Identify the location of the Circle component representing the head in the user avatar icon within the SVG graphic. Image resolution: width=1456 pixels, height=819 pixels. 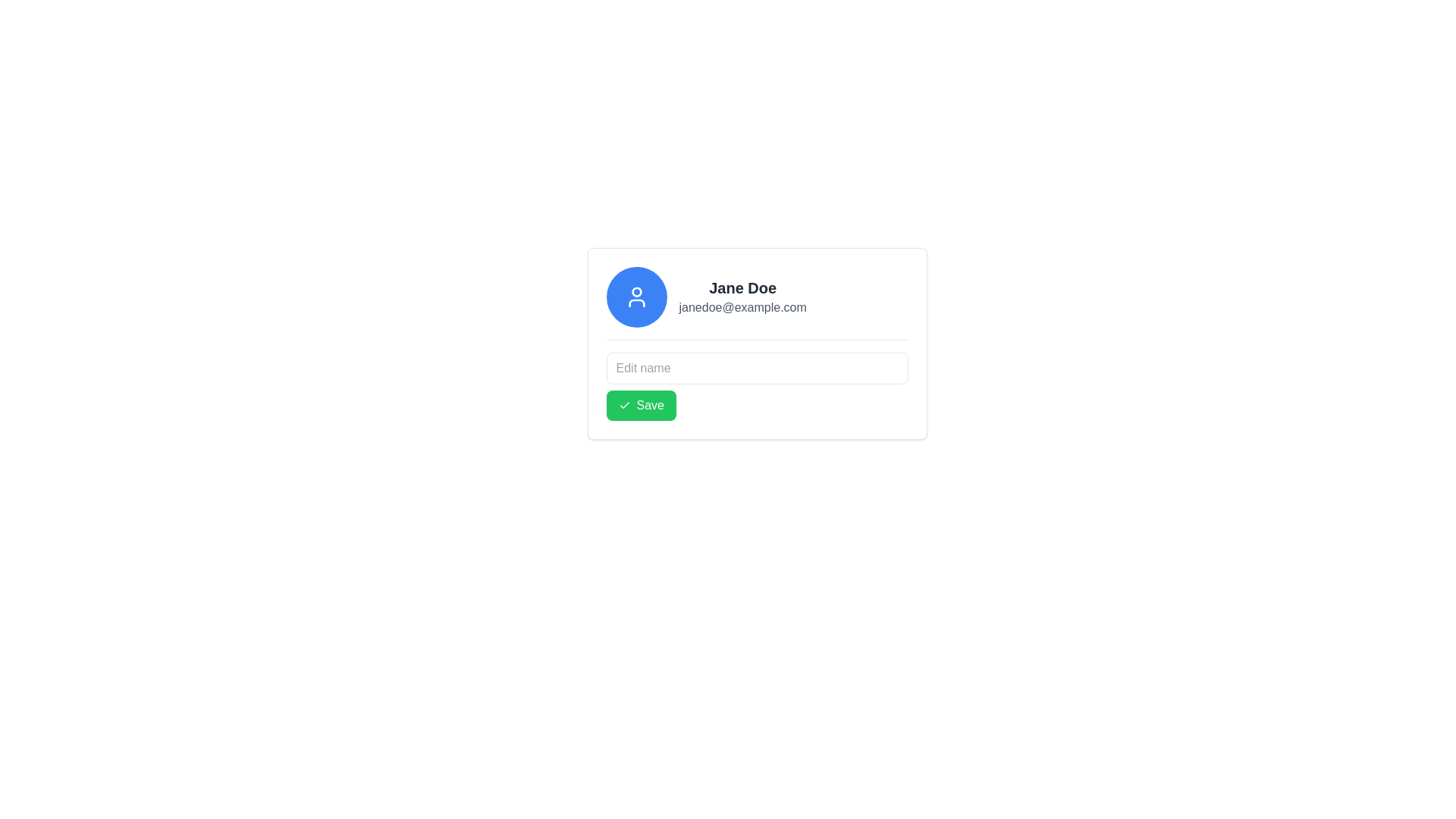
(636, 292).